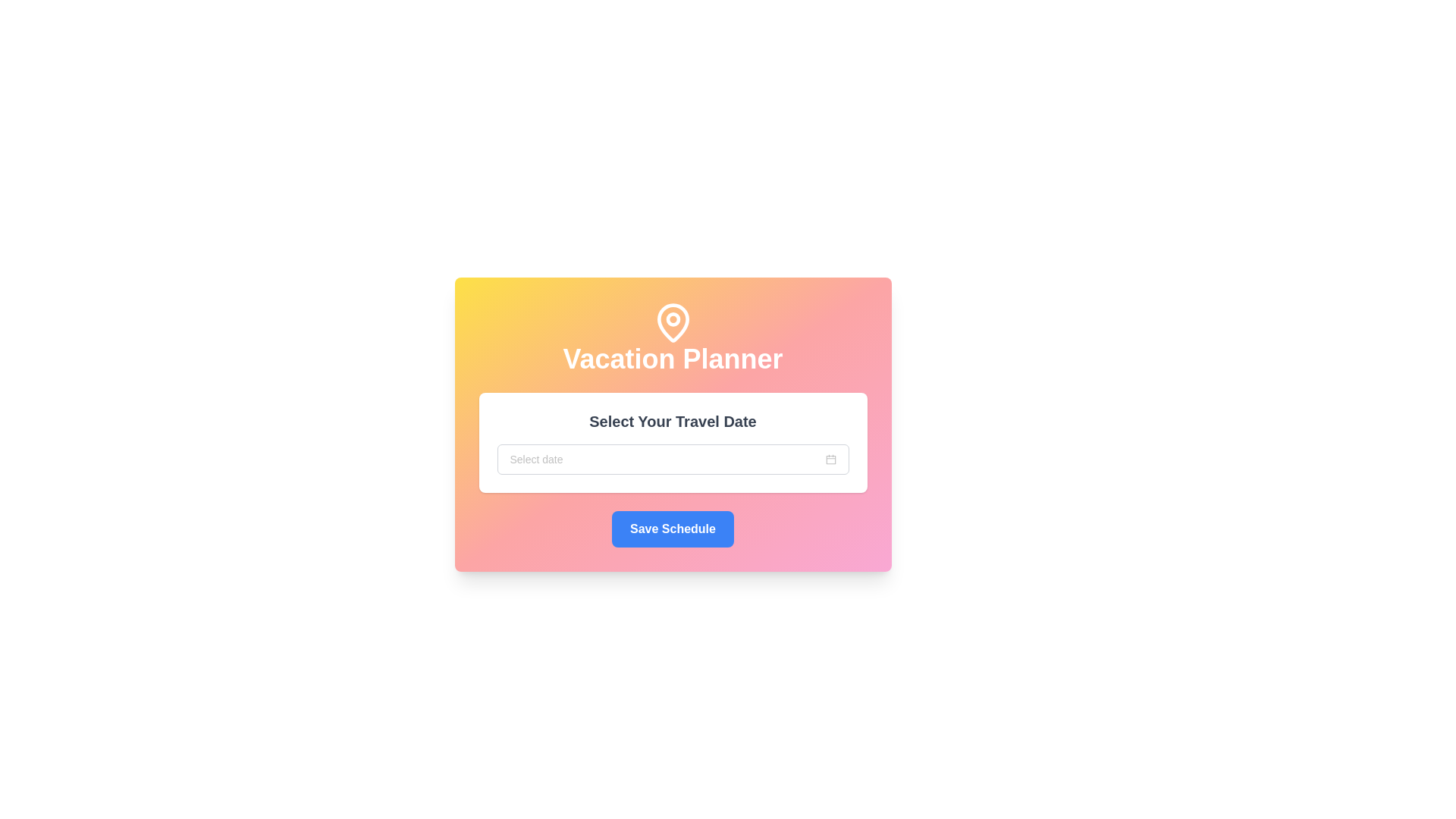 This screenshot has width=1456, height=819. I want to click on the submission button located at the bottom-center of the 'Vacation Planner' card layout, which is below the 'Select Your Travel Date' section, so click(672, 529).